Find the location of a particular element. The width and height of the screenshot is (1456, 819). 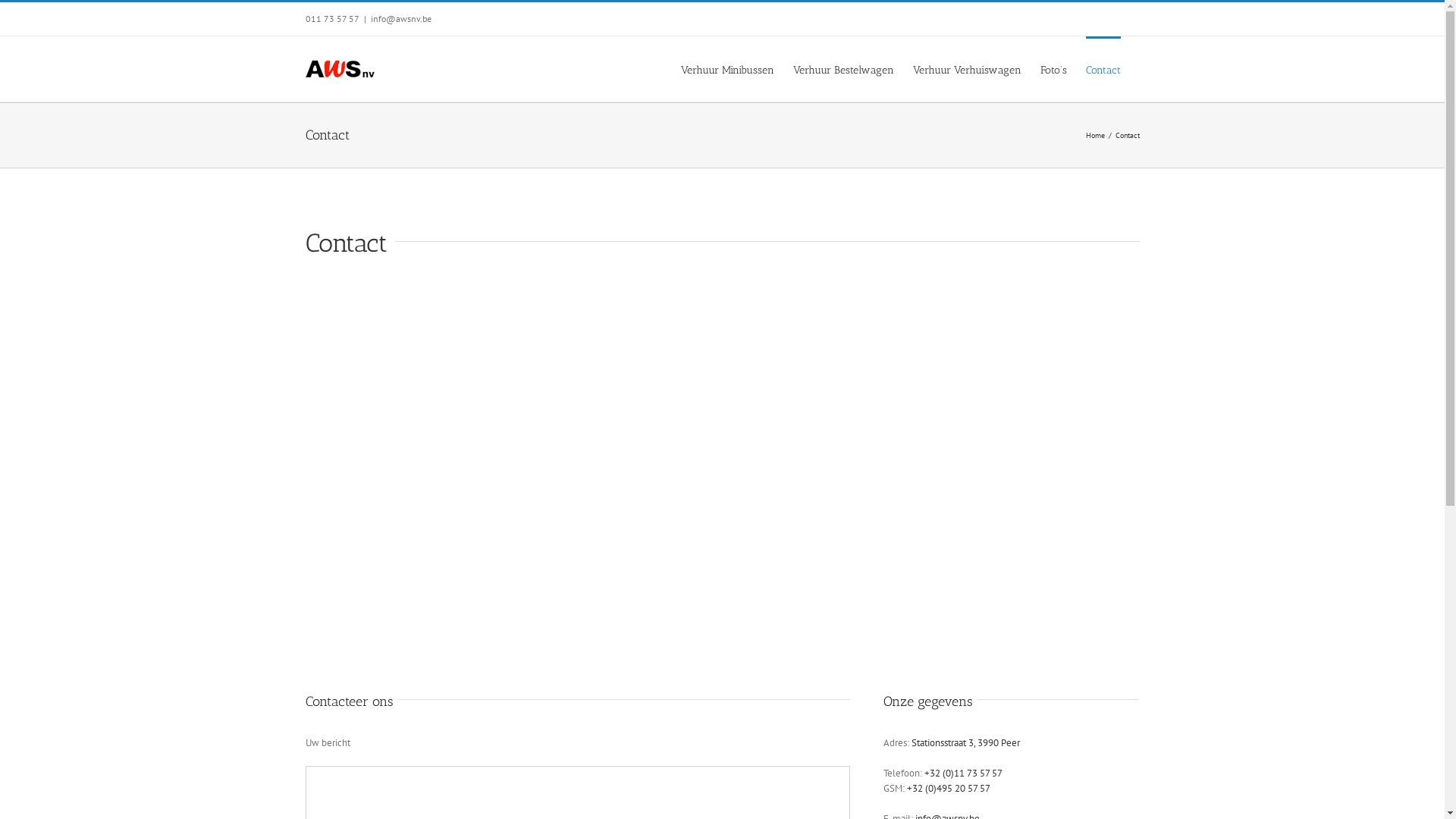

'Stationsstraat 3, 3990 Peer' is located at coordinates (910, 742).